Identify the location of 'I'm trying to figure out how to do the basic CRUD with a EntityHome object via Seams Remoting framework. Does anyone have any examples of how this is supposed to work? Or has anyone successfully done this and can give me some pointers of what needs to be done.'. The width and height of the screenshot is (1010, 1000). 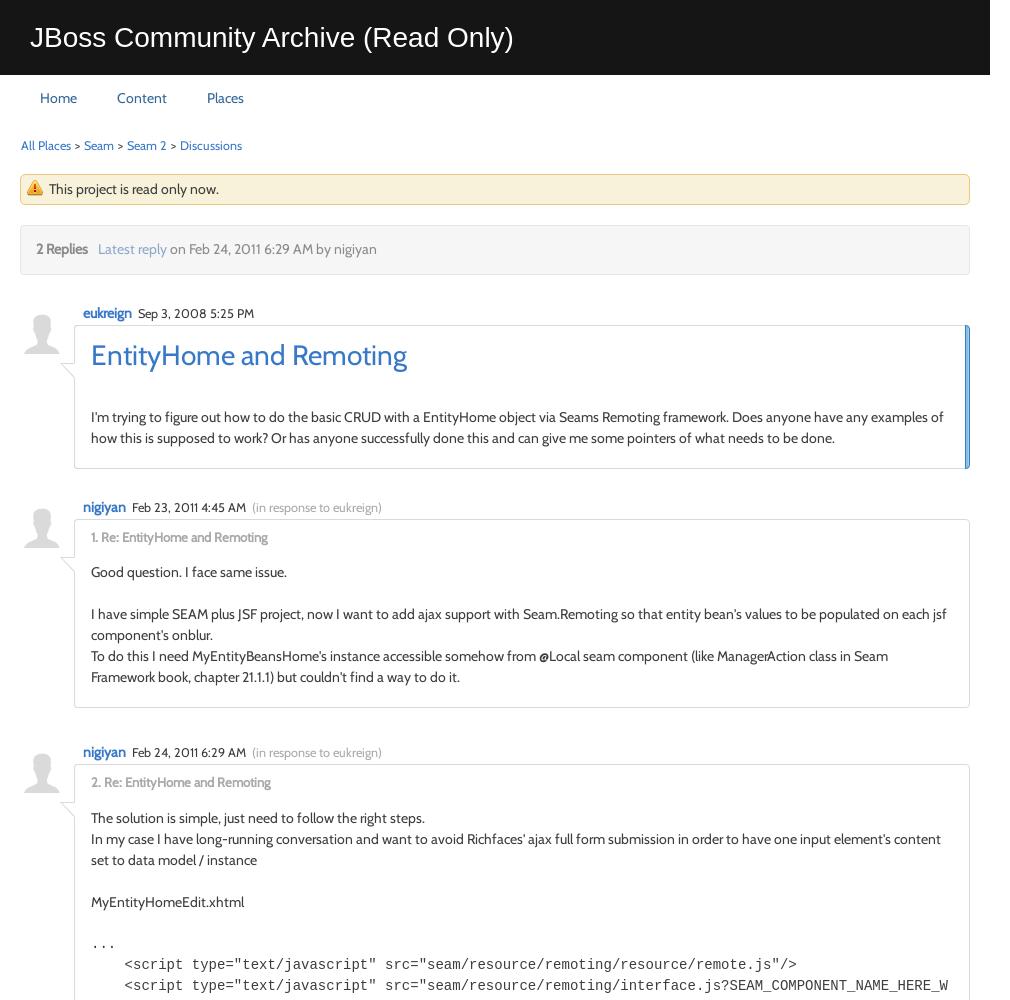
(516, 426).